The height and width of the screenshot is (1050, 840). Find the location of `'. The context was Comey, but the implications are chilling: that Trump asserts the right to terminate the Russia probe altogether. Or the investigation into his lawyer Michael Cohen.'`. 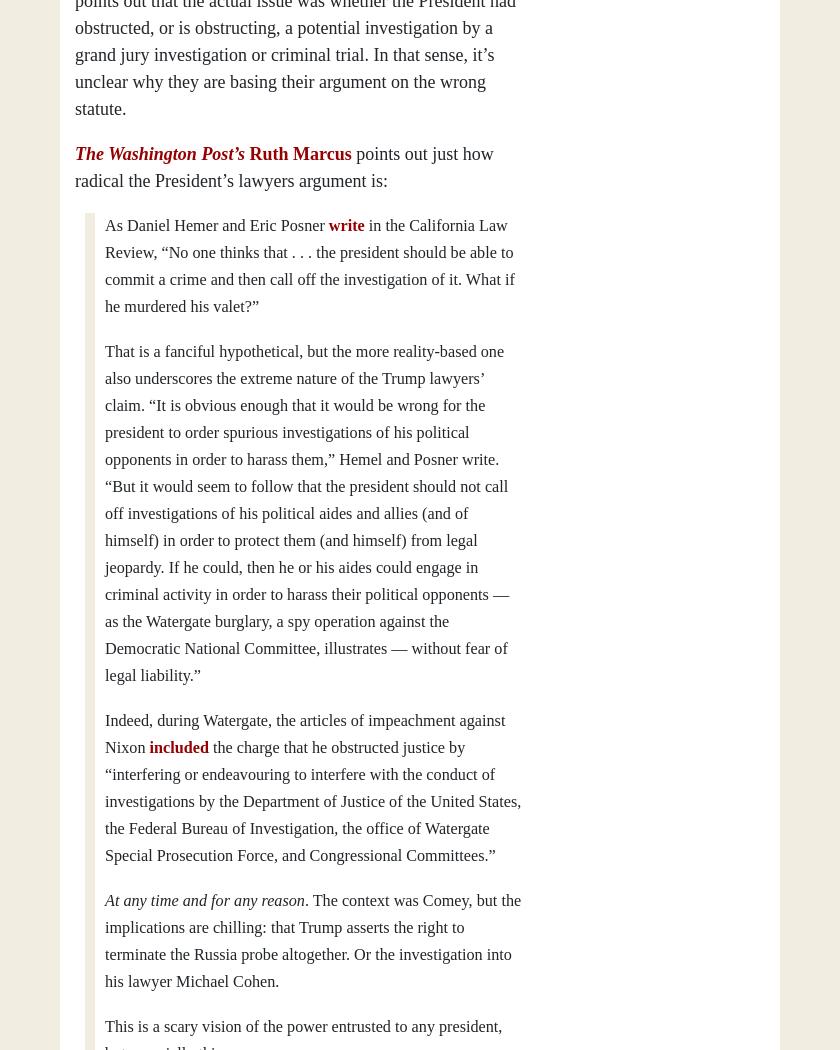

'. The context was Comey, but the implications are chilling: that Trump asserts the right to terminate the Russia probe altogether. Or the investigation into his lawyer Michael Cohen.' is located at coordinates (312, 940).